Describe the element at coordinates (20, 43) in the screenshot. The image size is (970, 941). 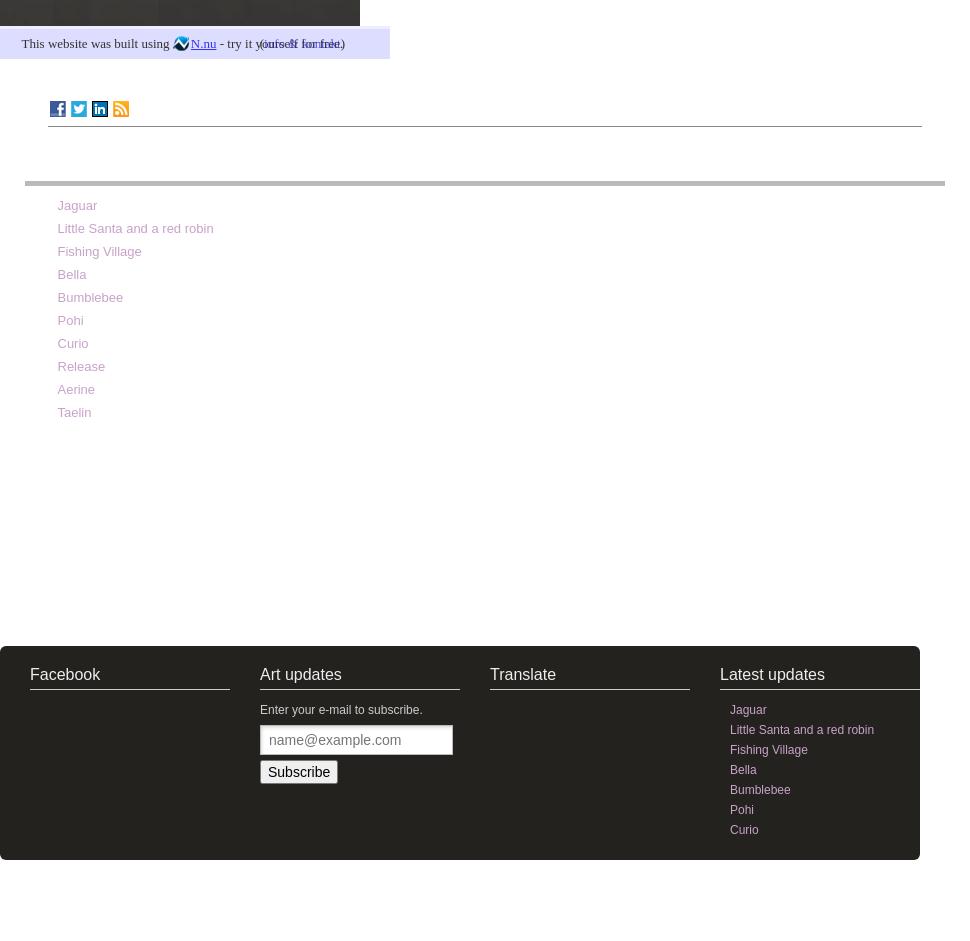
I see `'This website was built using'` at that location.